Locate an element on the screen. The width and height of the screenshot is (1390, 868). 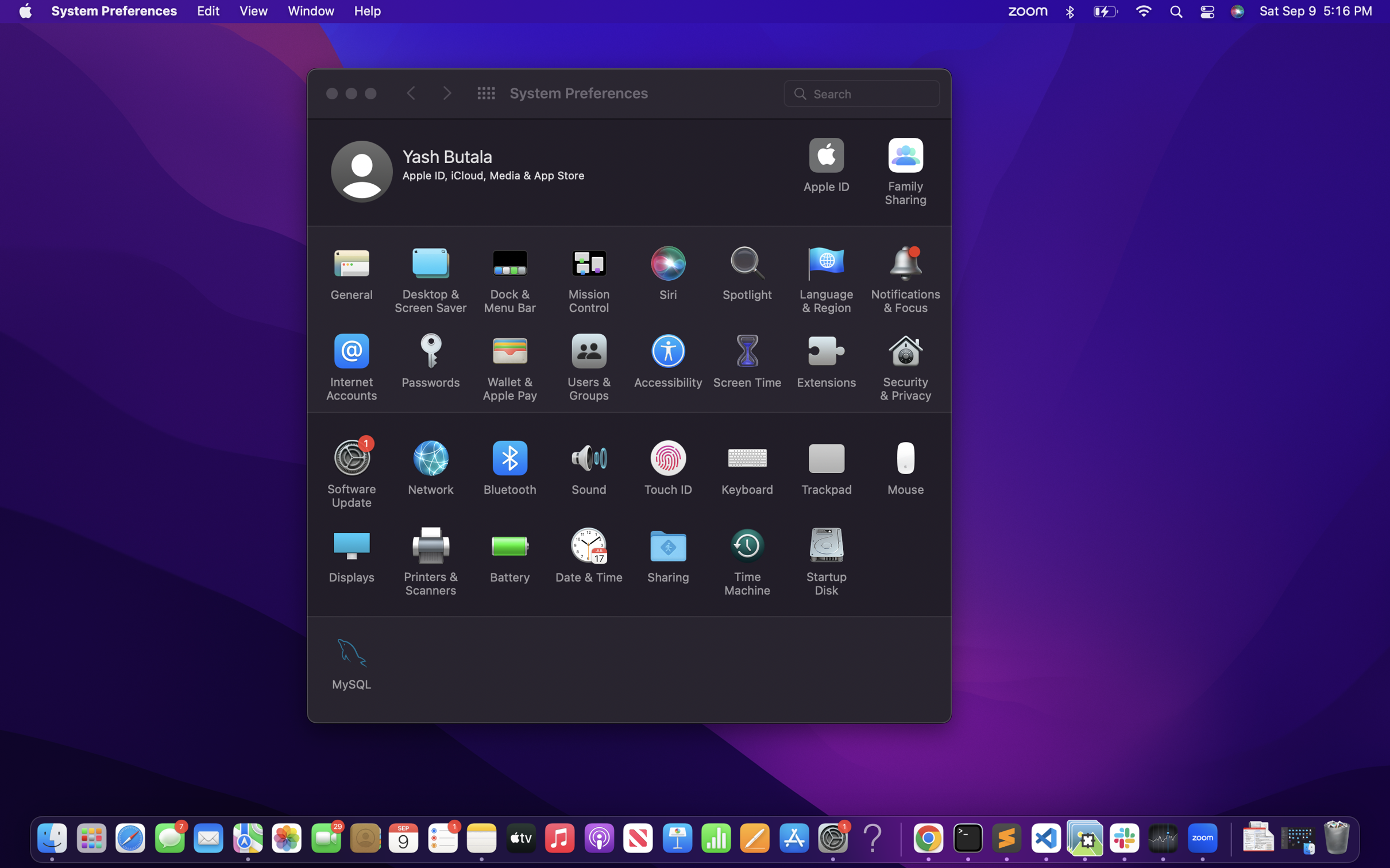
Search for application setting in search bar is located at coordinates (863, 92).